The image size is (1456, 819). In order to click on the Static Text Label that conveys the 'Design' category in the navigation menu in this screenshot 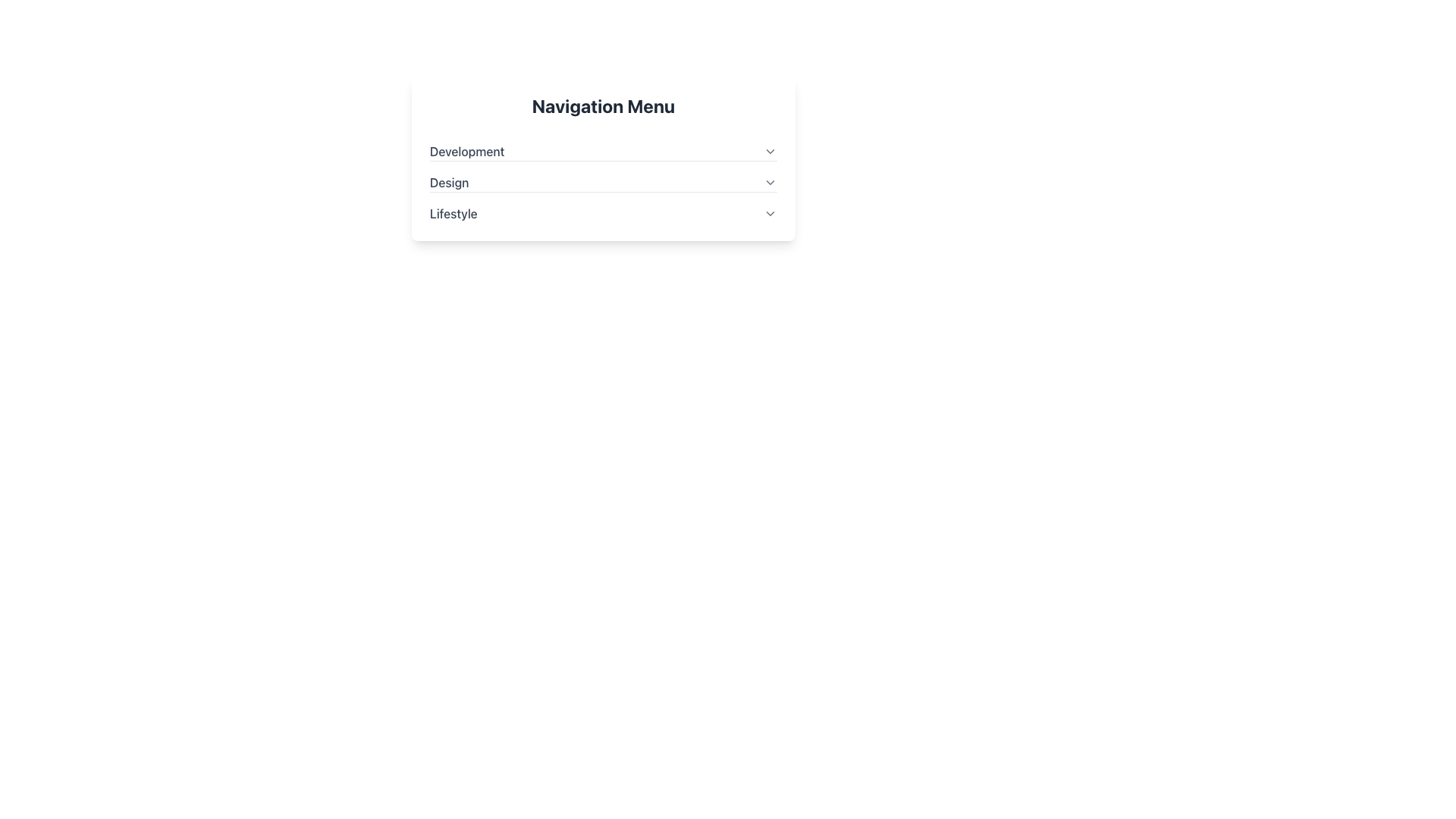, I will do `click(448, 181)`.